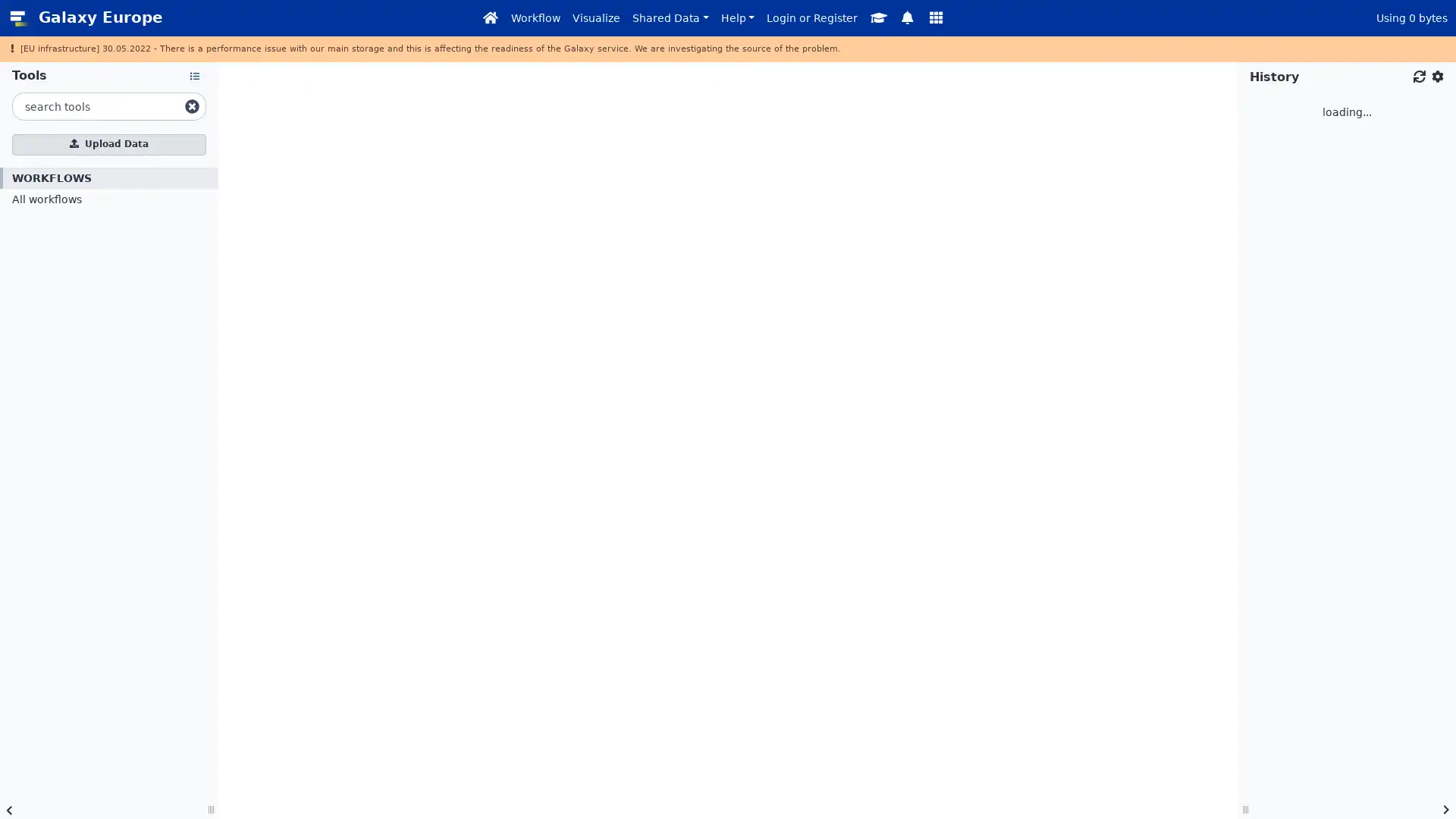 Image resolution: width=1456 pixels, height=819 pixels. I want to click on Download from URL or upload files from disk, so click(108, 143).